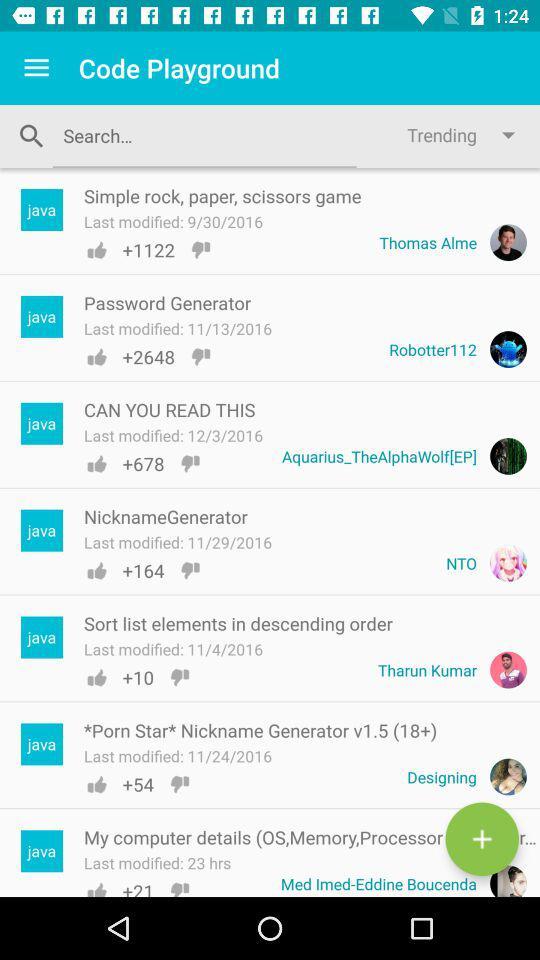 The image size is (540, 960). Describe the element at coordinates (179, 887) in the screenshot. I see `the dislike icon for my computer details` at that location.